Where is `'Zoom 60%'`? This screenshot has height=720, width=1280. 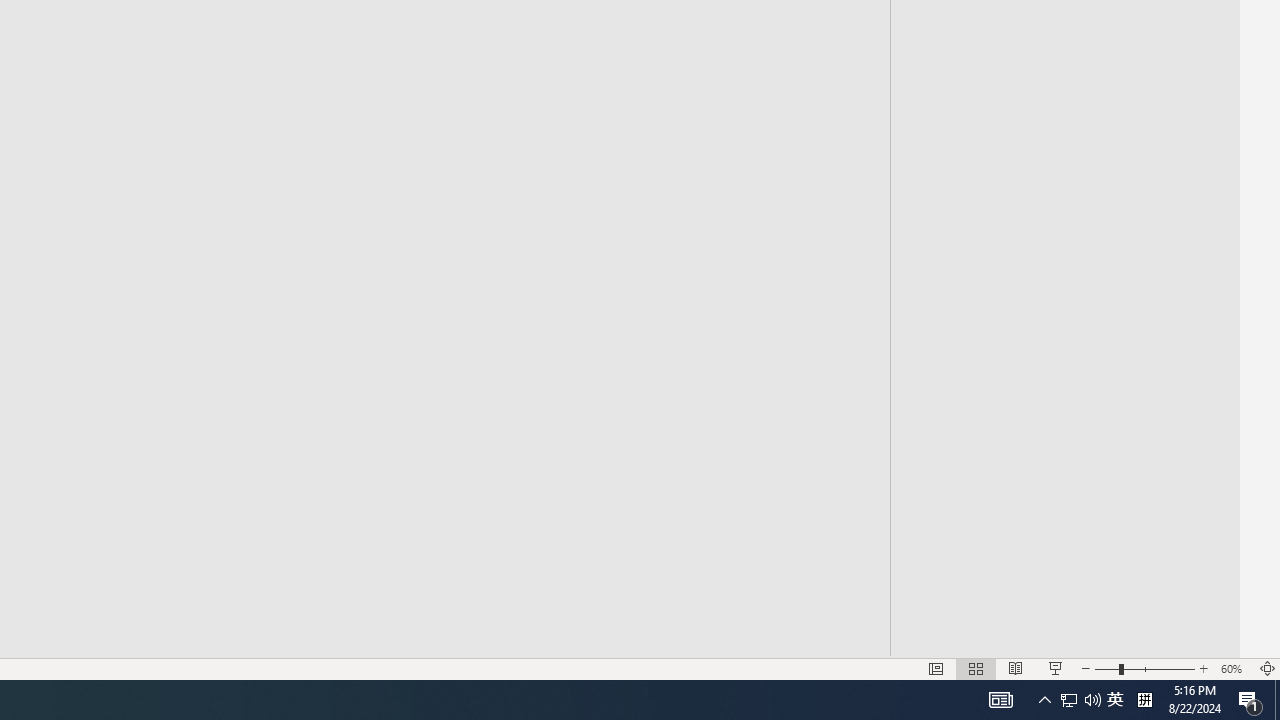
'Zoom 60%' is located at coordinates (1233, 669).